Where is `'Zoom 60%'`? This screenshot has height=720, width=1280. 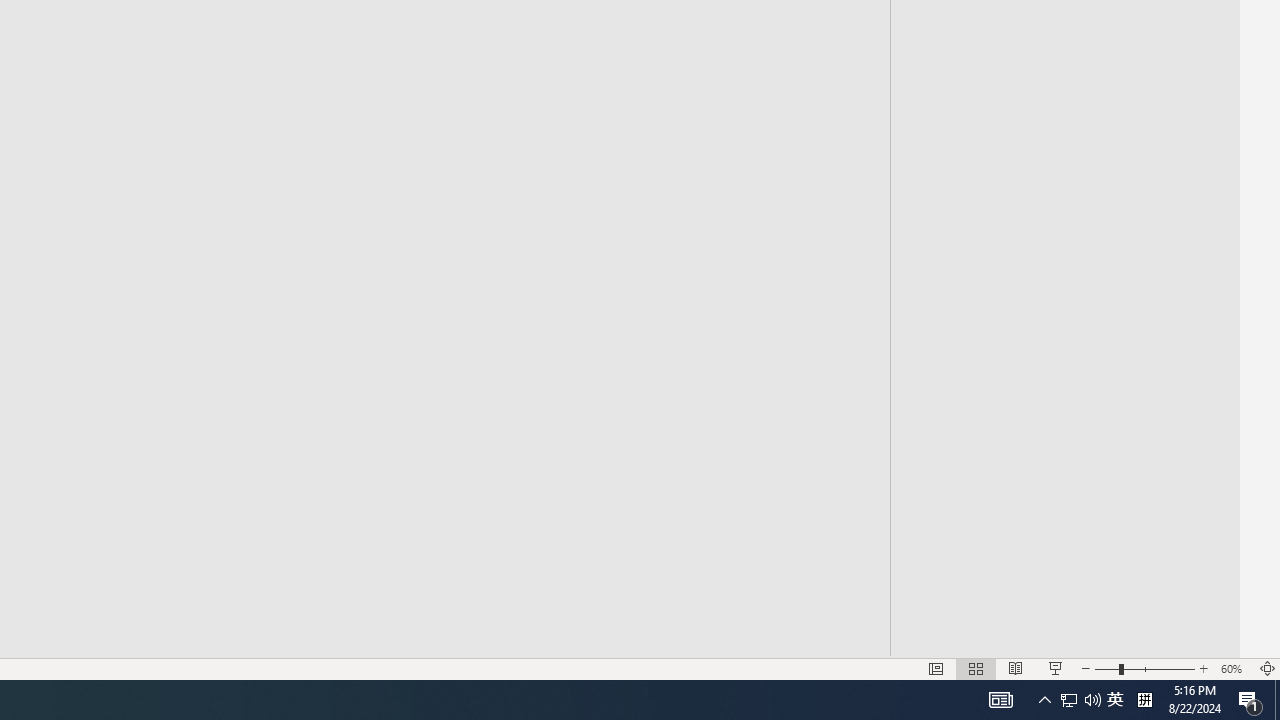
'Zoom 60%' is located at coordinates (1233, 669).